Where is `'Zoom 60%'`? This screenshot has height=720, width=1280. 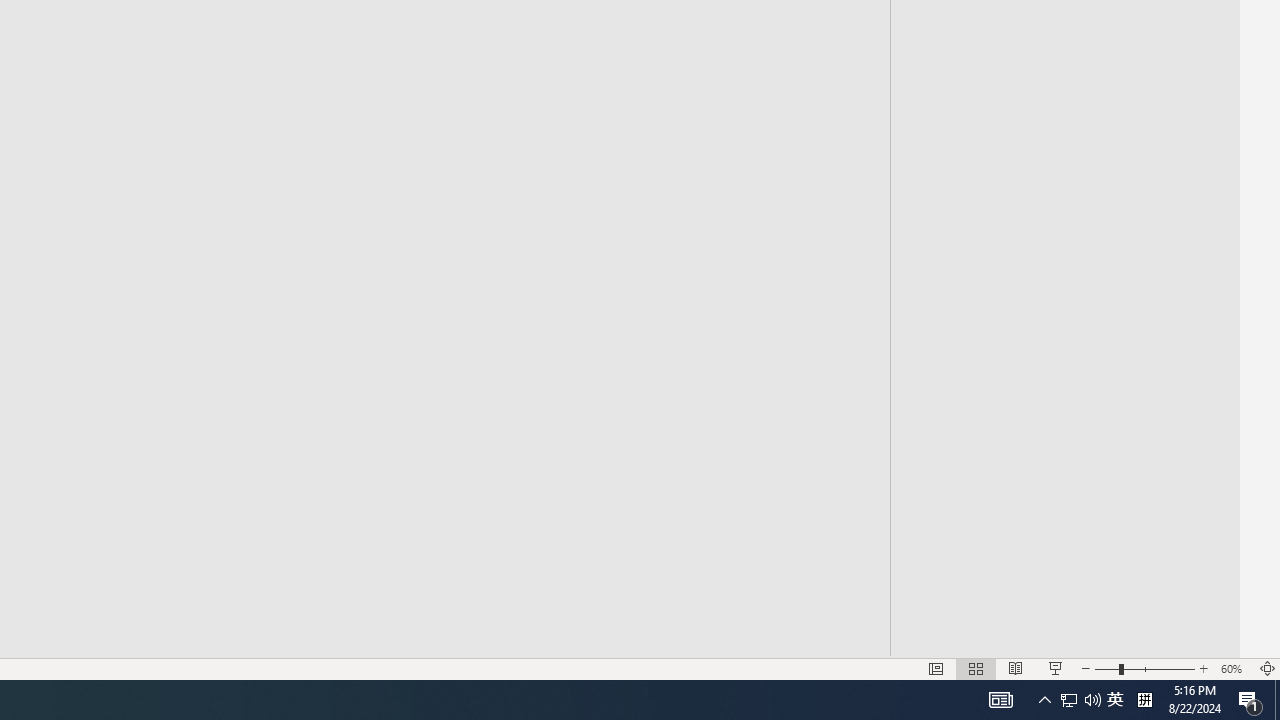
'Zoom 60%' is located at coordinates (1233, 669).